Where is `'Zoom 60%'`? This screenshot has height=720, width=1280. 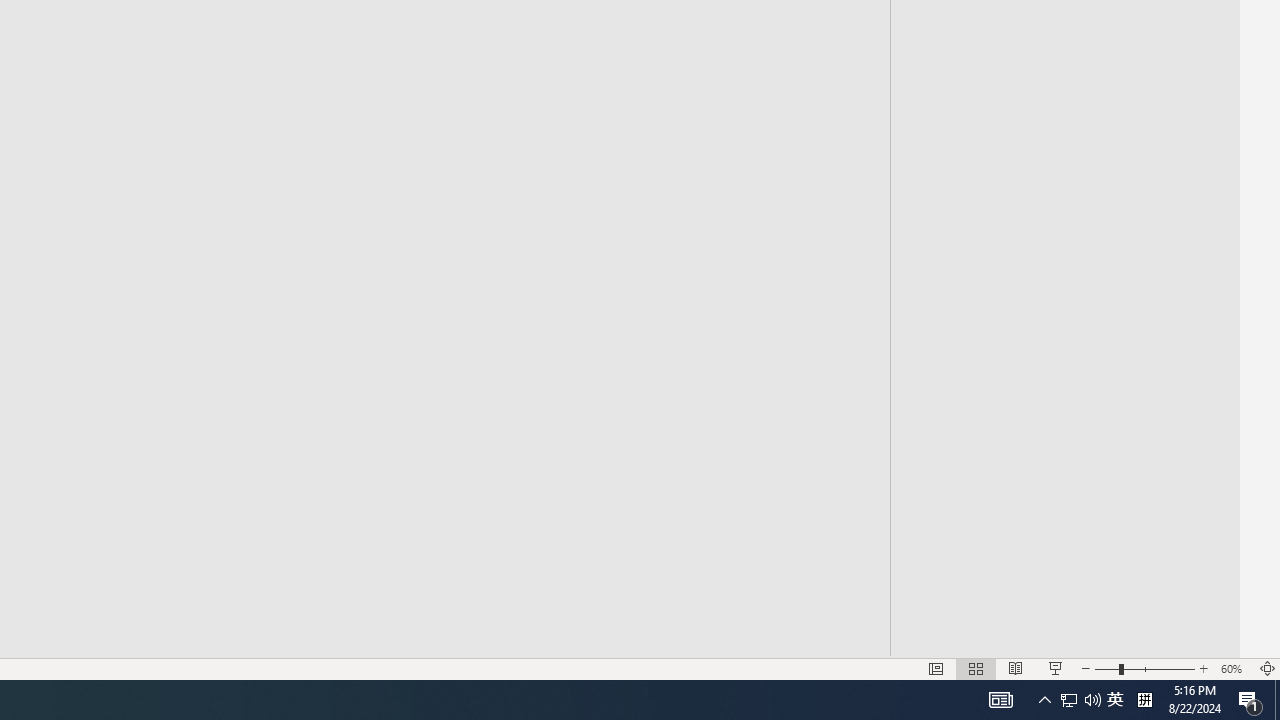
'Zoom 60%' is located at coordinates (1233, 669).